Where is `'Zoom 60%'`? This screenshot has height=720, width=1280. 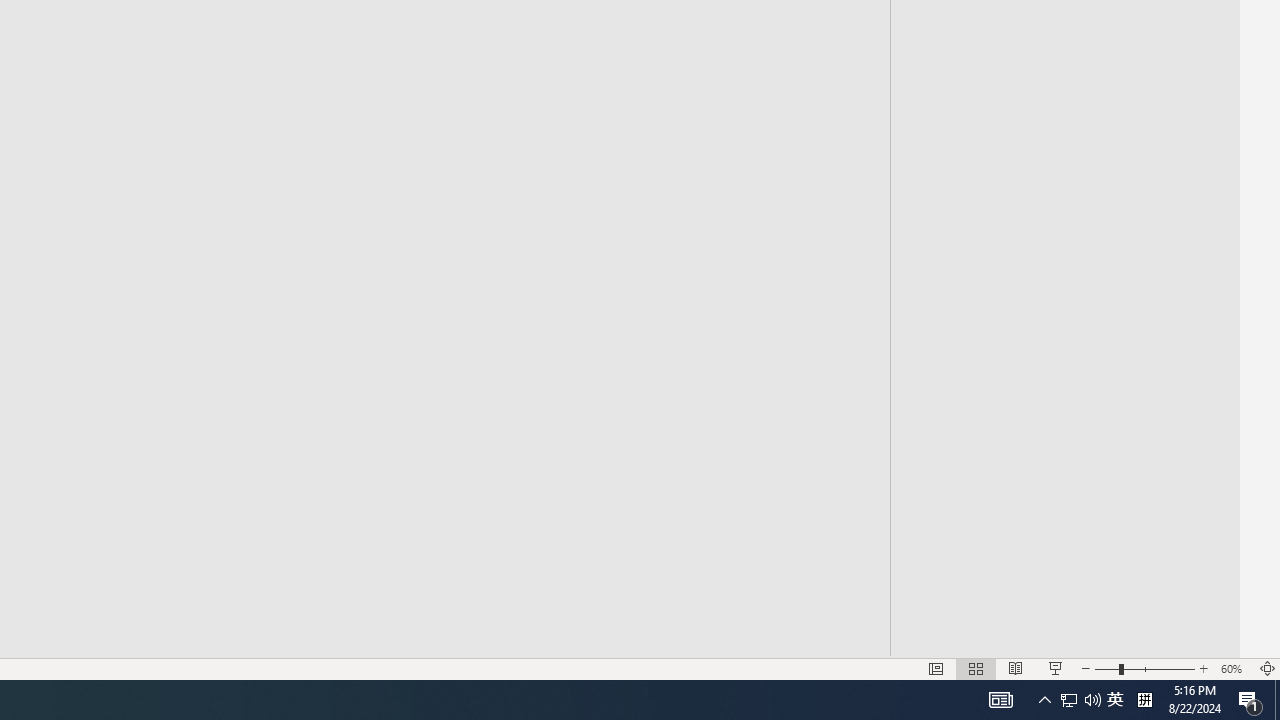
'Zoom 60%' is located at coordinates (1233, 669).